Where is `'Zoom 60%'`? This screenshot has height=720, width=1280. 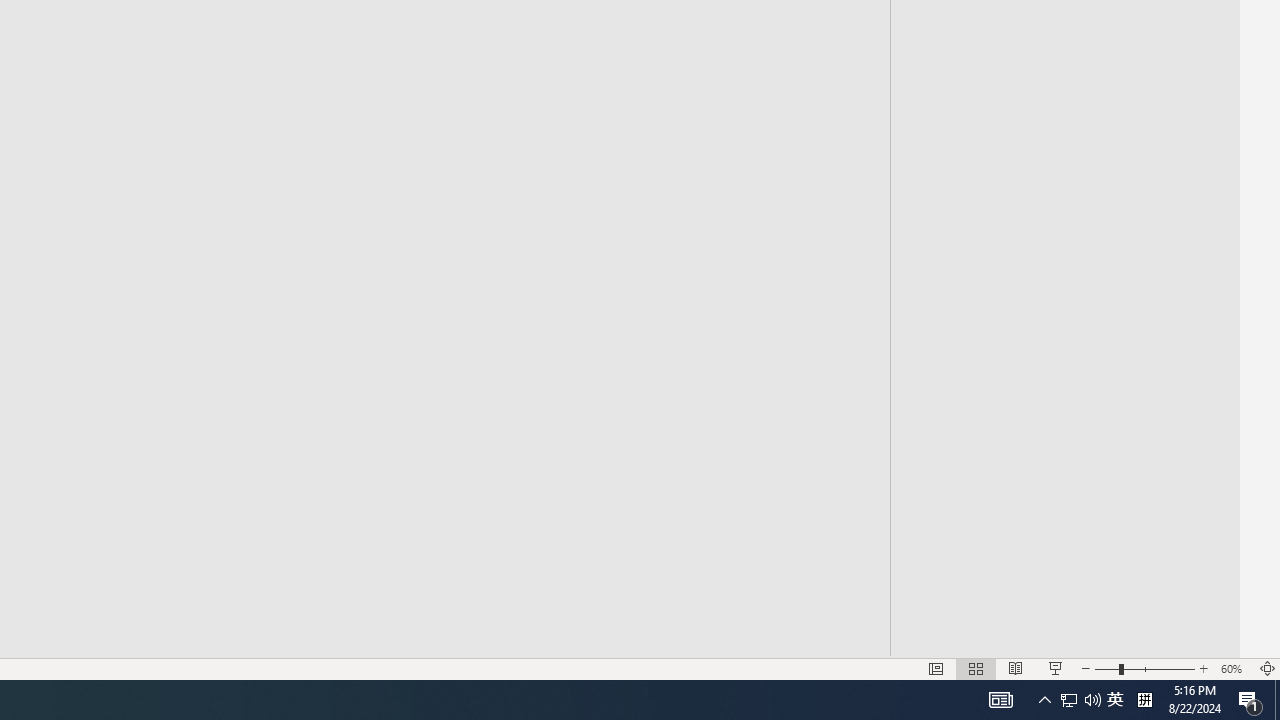
'Zoom 60%' is located at coordinates (1233, 669).